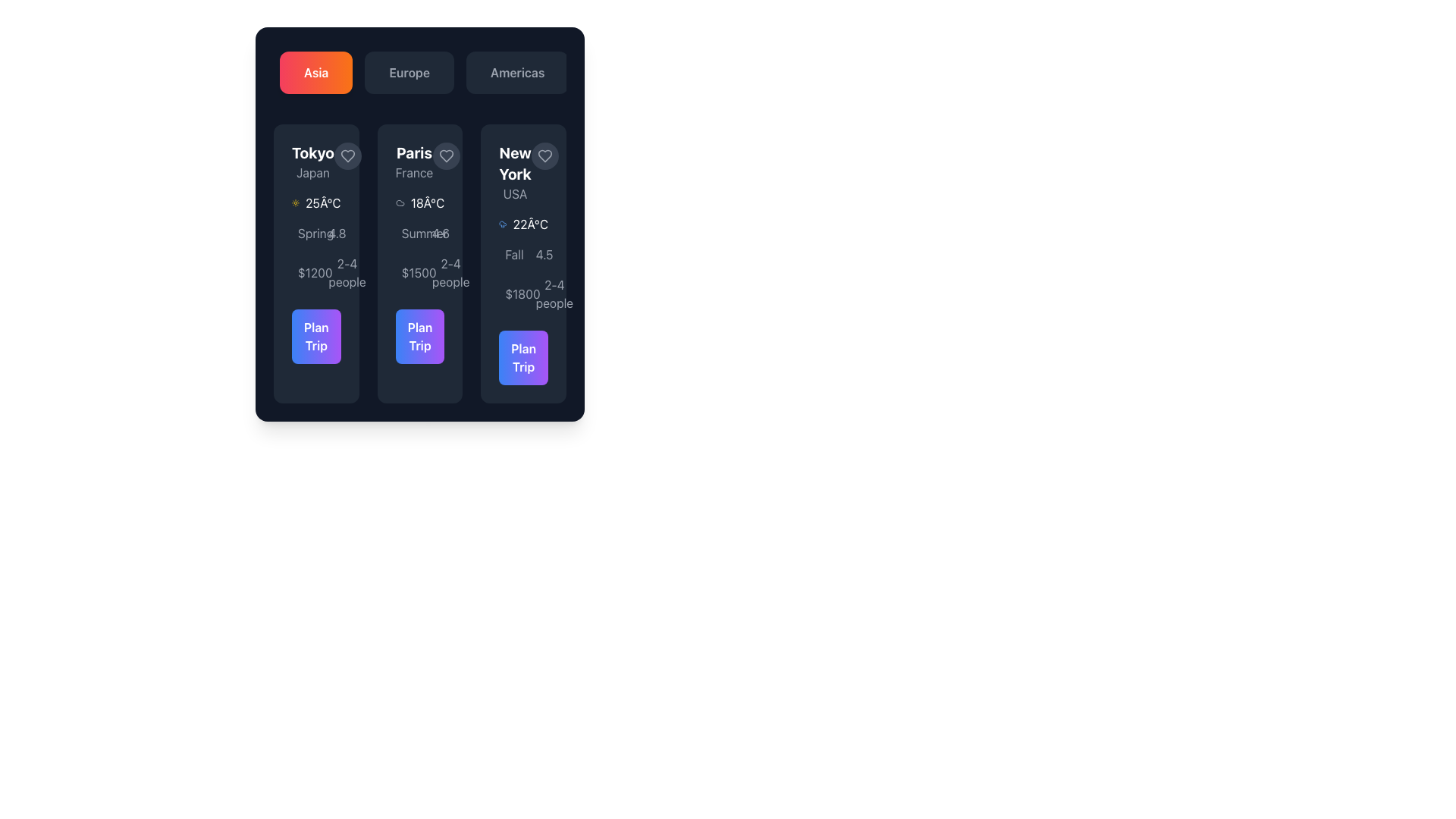  What do you see at coordinates (515, 193) in the screenshot?
I see `the text label 'USA', which is styled with a gray font color and located below the text 'New York' in the third column of a grid layout` at bounding box center [515, 193].